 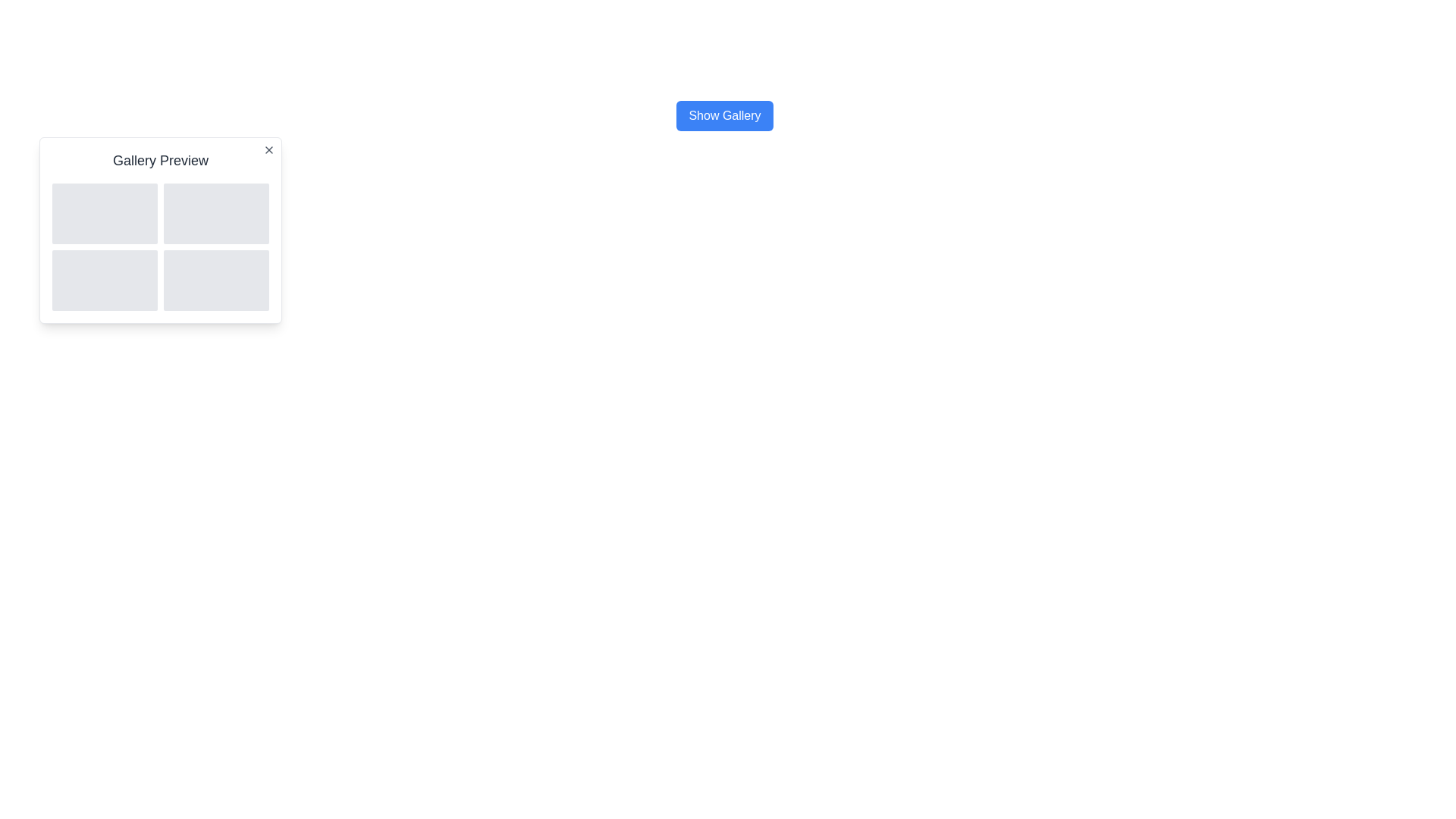 What do you see at coordinates (104, 281) in the screenshot?
I see `the Placeholder box, which is the third element in a grid of four boxes located in the first column of the second row` at bounding box center [104, 281].